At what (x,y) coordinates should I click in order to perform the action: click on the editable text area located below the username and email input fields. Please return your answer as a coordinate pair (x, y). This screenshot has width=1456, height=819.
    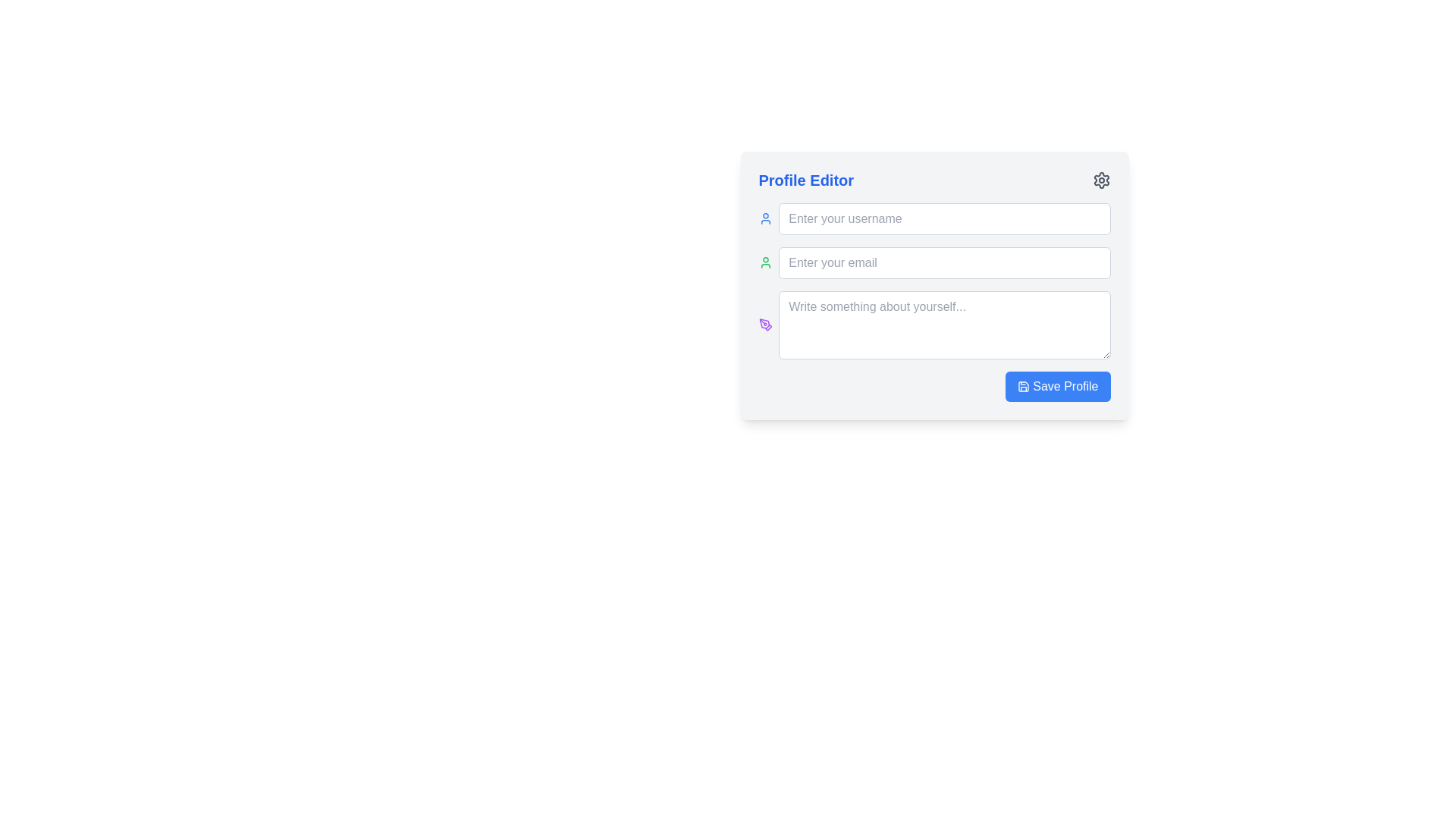
    Looking at the image, I should click on (943, 324).